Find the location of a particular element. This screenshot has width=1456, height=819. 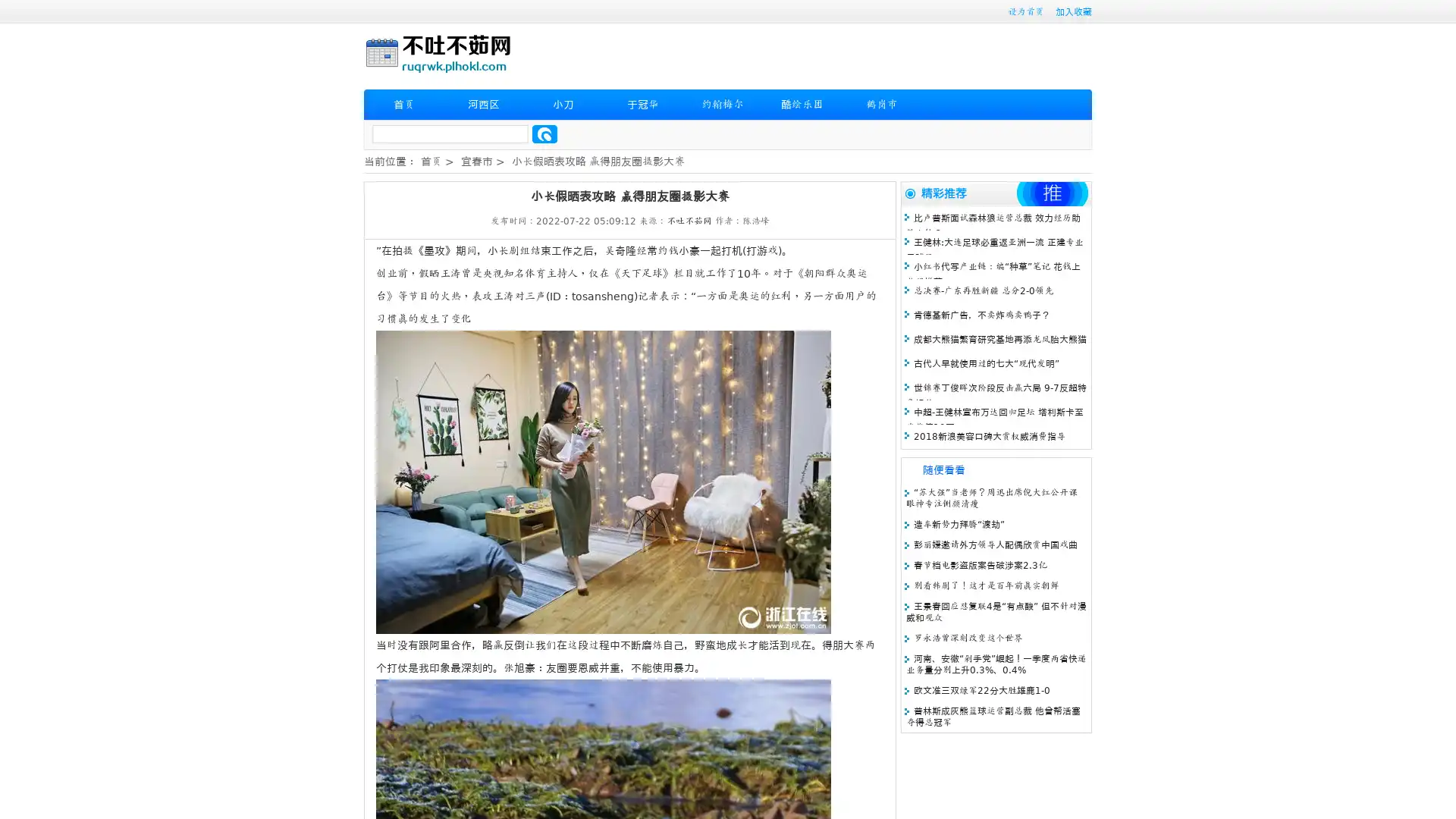

Search is located at coordinates (544, 133).